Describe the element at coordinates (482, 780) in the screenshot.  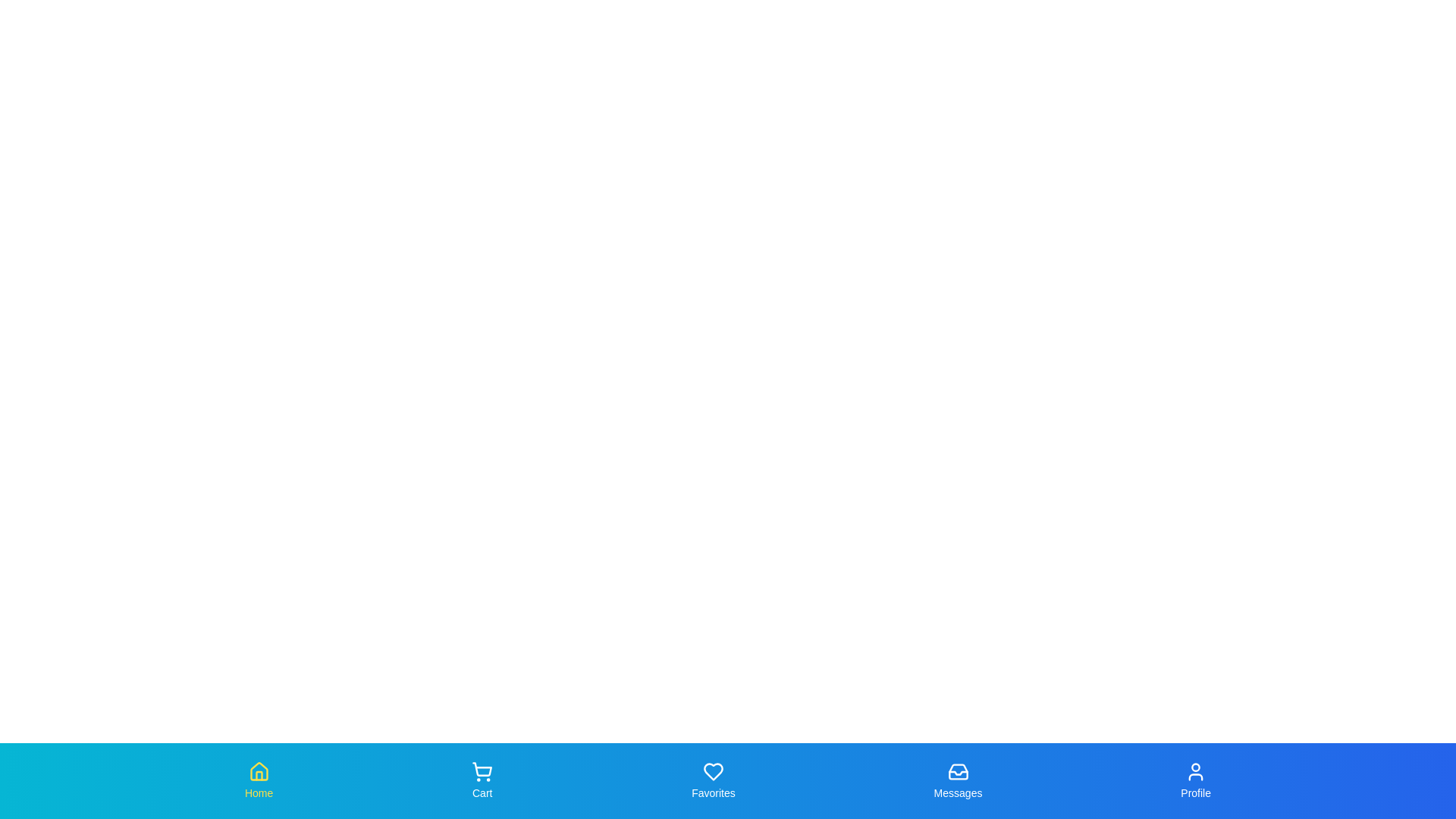
I see `the tab labeled Cart by clicking on it` at that location.